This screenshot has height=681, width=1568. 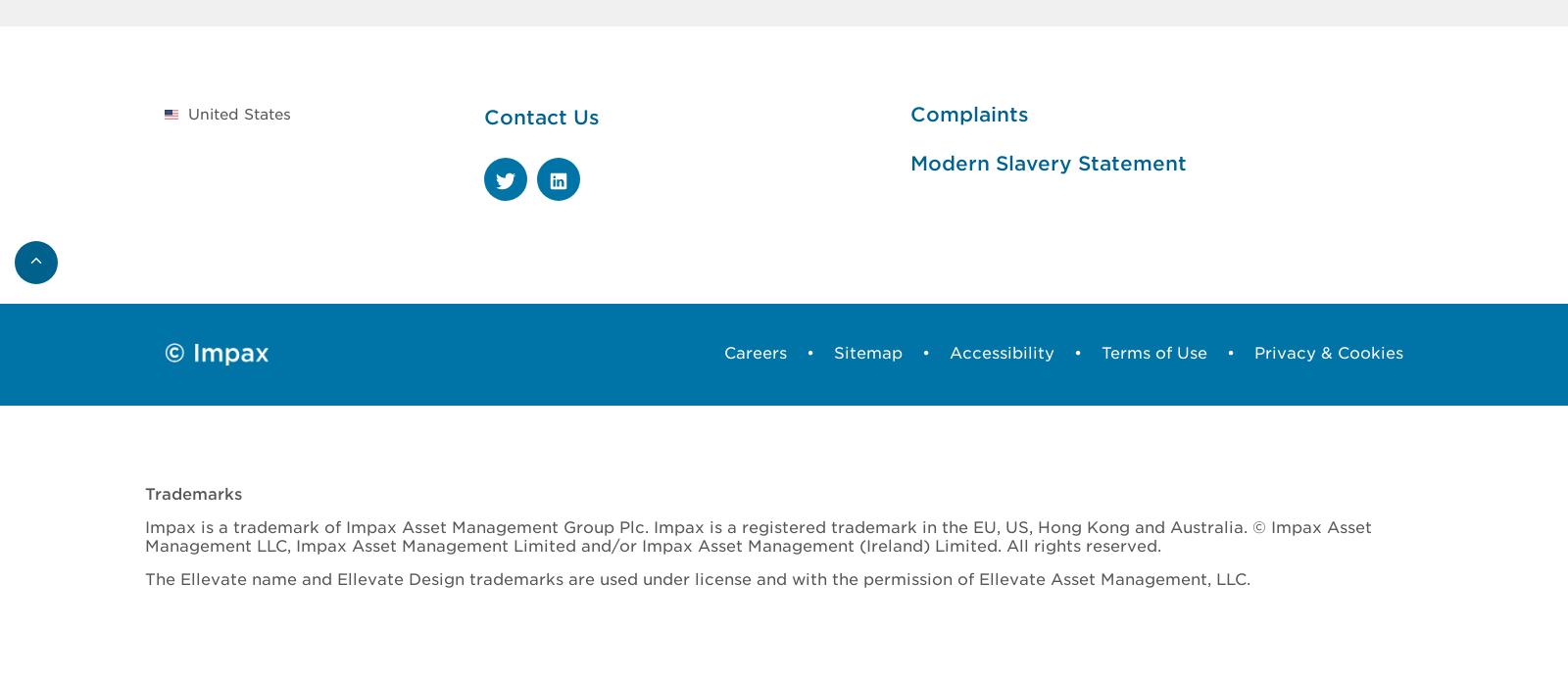 What do you see at coordinates (759, 533) in the screenshot?
I see `'Impax is a trademark of Impax Asset Management Group Plc. Impax is a registered trademark in the EU, US, Hong Kong and Australia. © Impax Asset Management LLC, Impax Asset Management Limited and/or Impax Asset Management (Ireland) Limited. All rights reserved.'` at bounding box center [759, 533].